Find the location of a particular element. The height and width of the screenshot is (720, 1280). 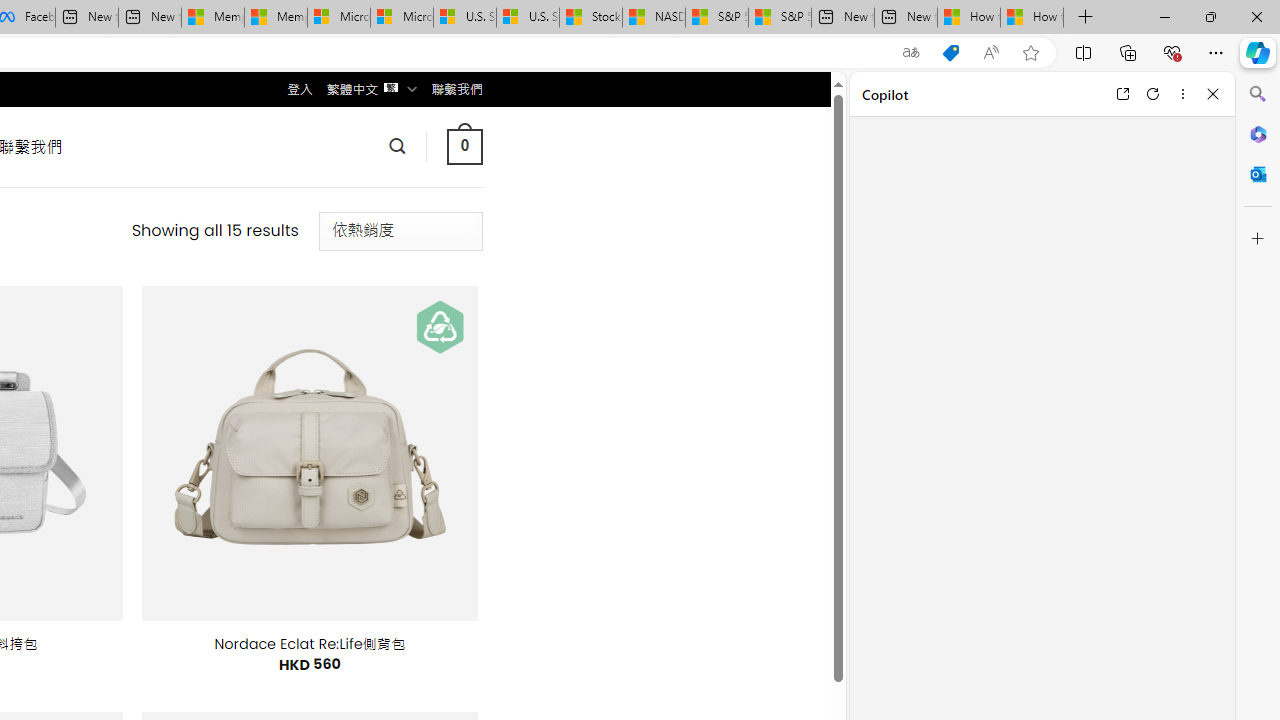

'Open link in new tab' is located at coordinates (1122, 93).